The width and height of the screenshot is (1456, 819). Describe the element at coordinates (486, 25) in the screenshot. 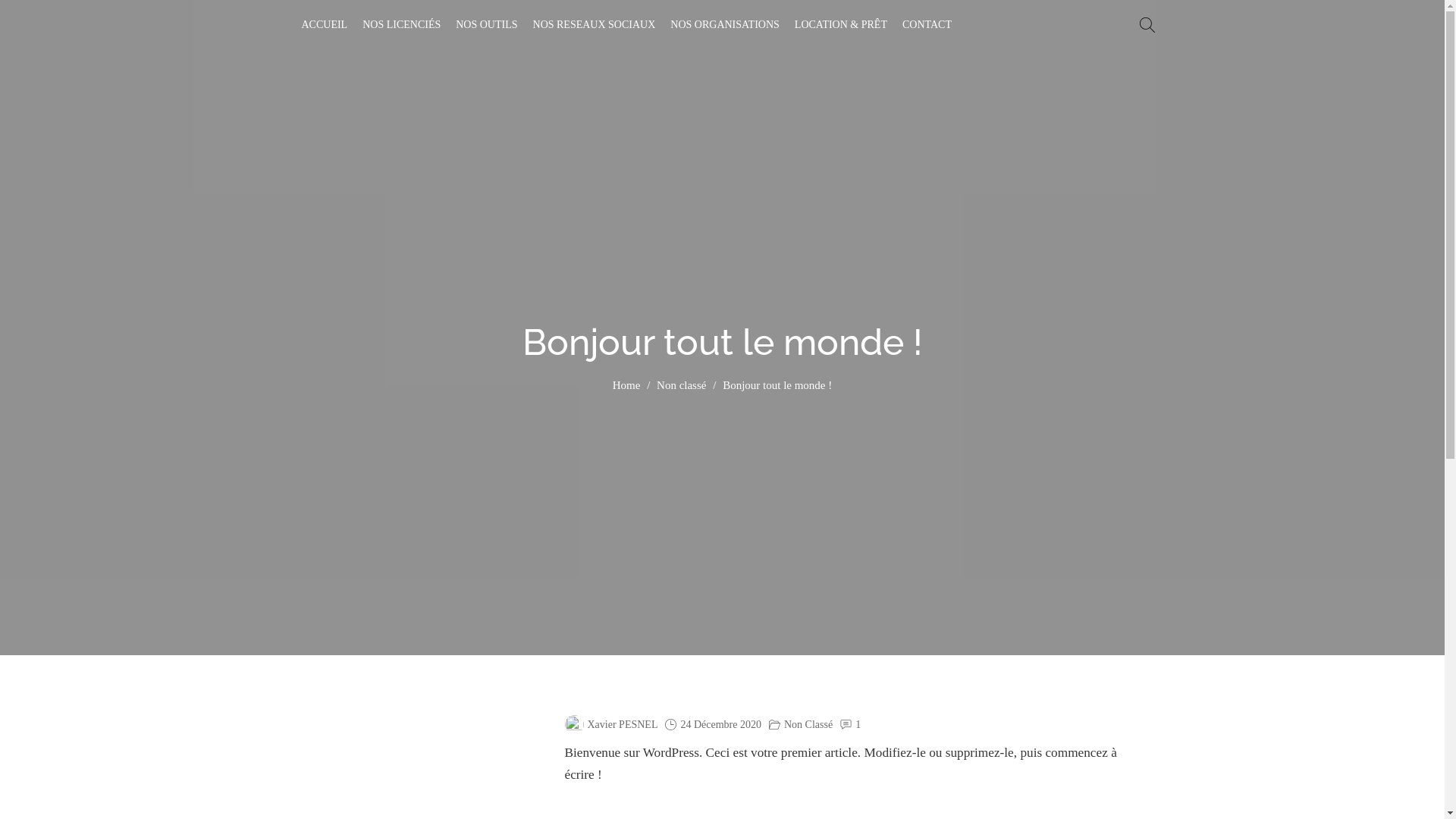

I see `'NOS OUTILS'` at that location.